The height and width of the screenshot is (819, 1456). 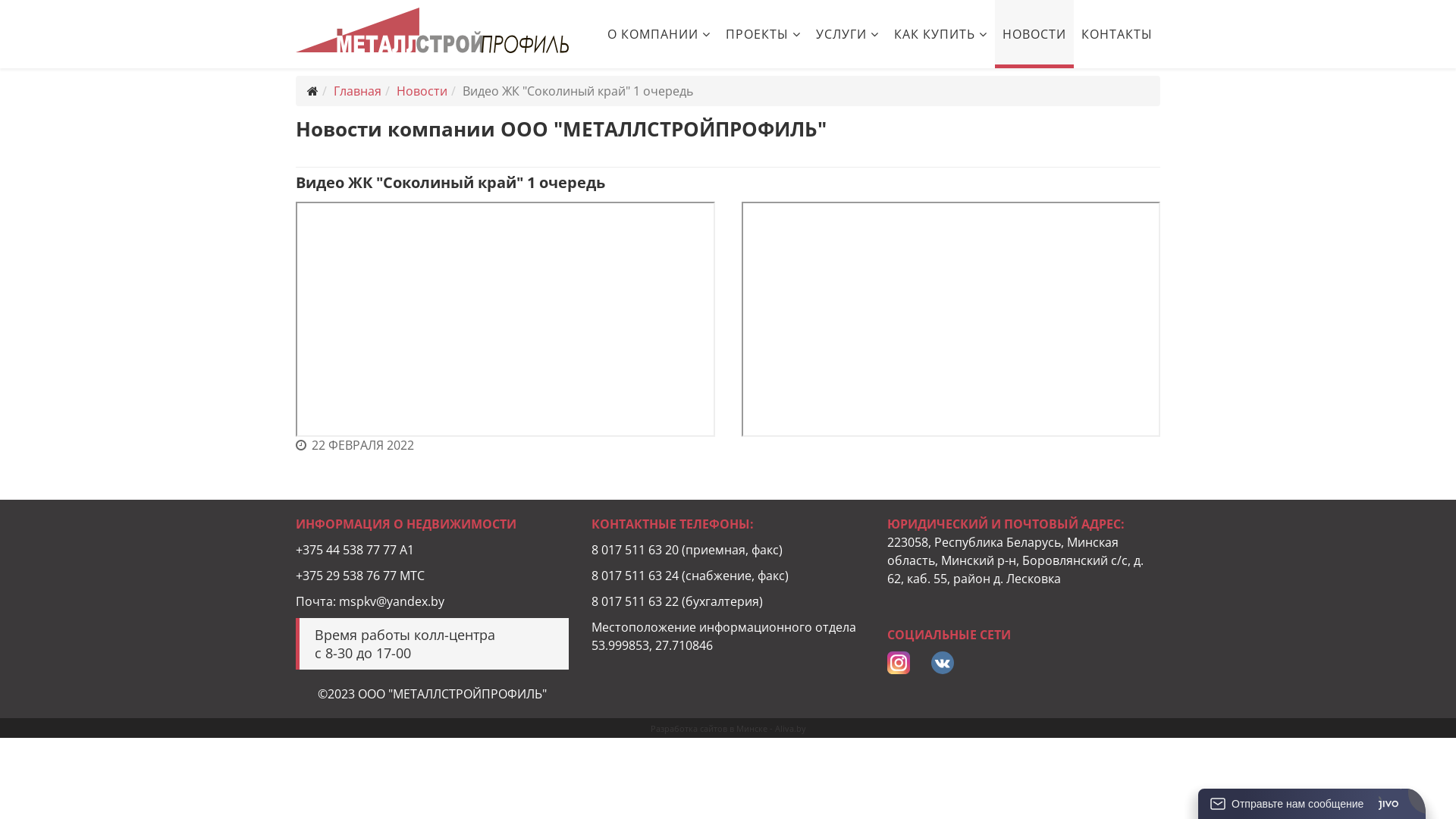 I want to click on 'mspkv@yandex.by', so click(x=391, y=601).